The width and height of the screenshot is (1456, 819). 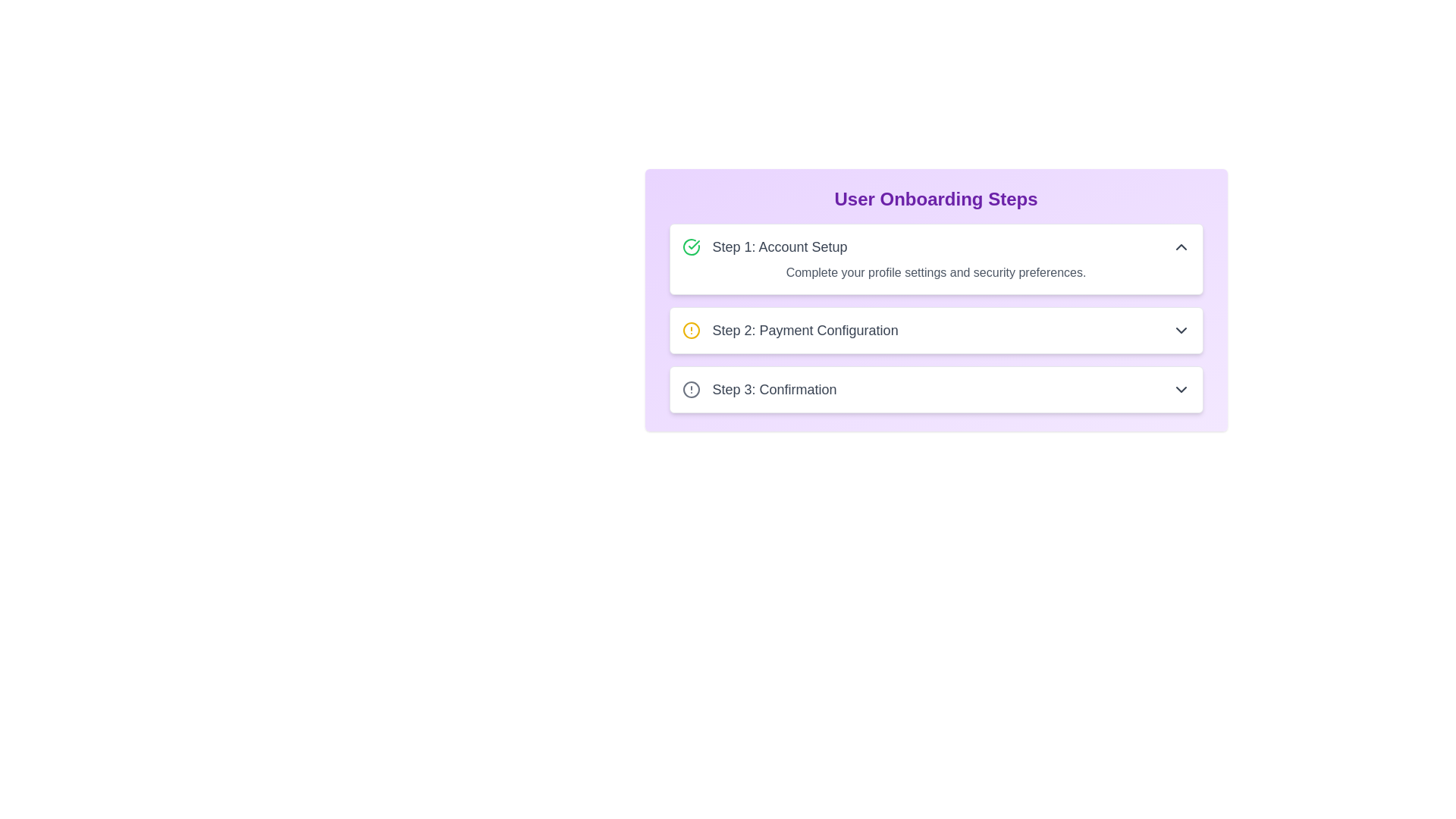 I want to click on the text label indicating the current step of the onboarding process, located near the top of the 'User Onboarding Steps' box, so click(x=780, y=246).